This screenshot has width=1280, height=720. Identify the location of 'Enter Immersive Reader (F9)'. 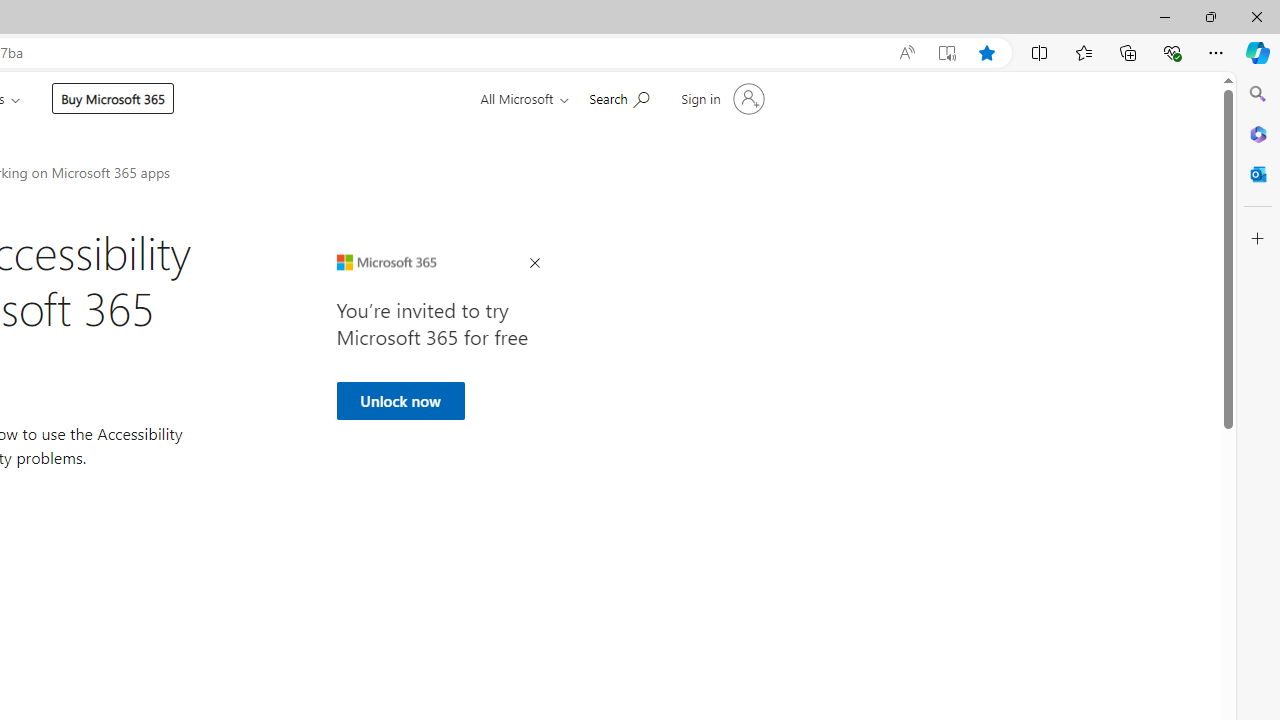
(945, 52).